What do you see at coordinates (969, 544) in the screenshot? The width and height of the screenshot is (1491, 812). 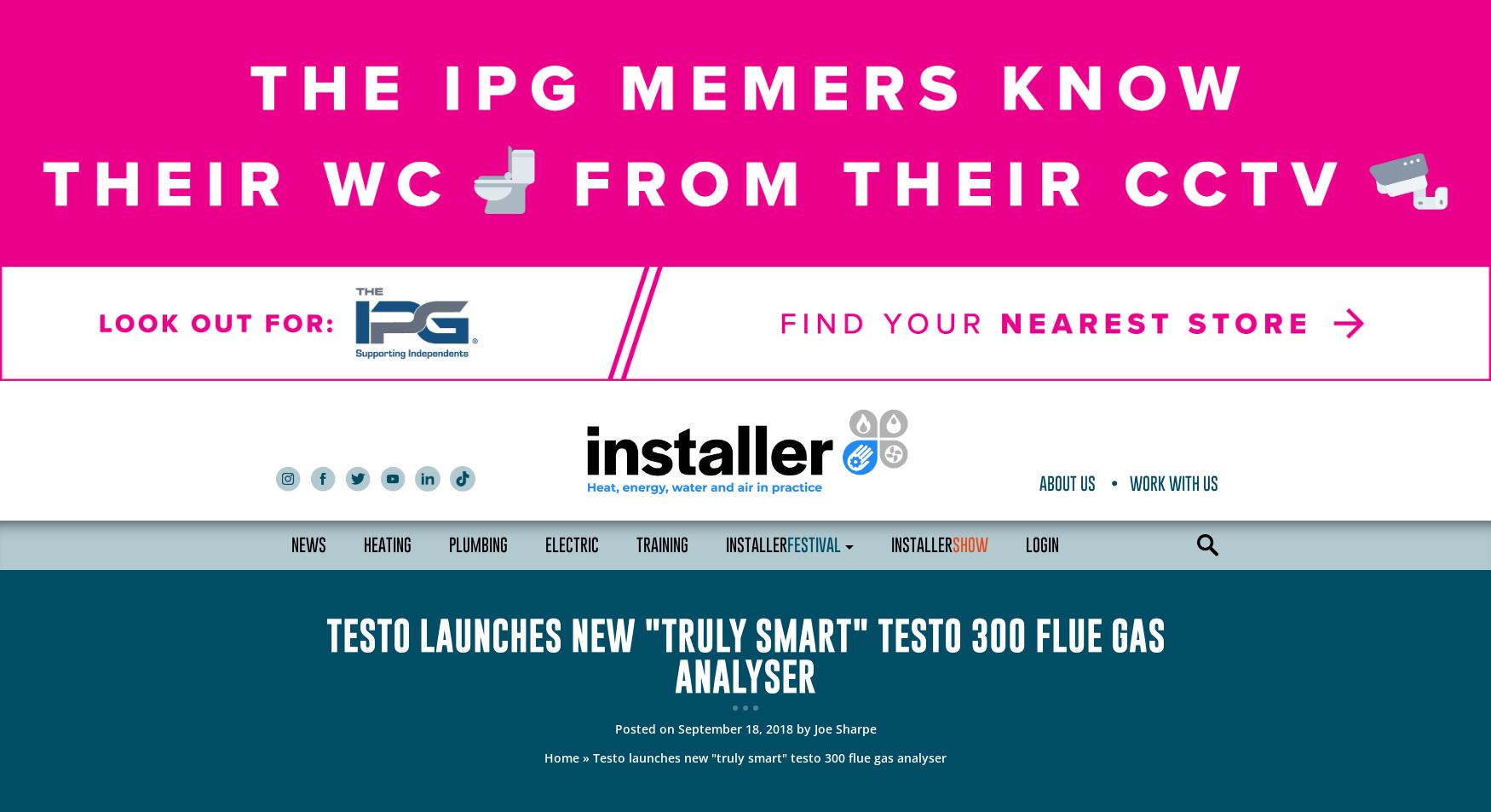 I see `'Show'` at bounding box center [969, 544].